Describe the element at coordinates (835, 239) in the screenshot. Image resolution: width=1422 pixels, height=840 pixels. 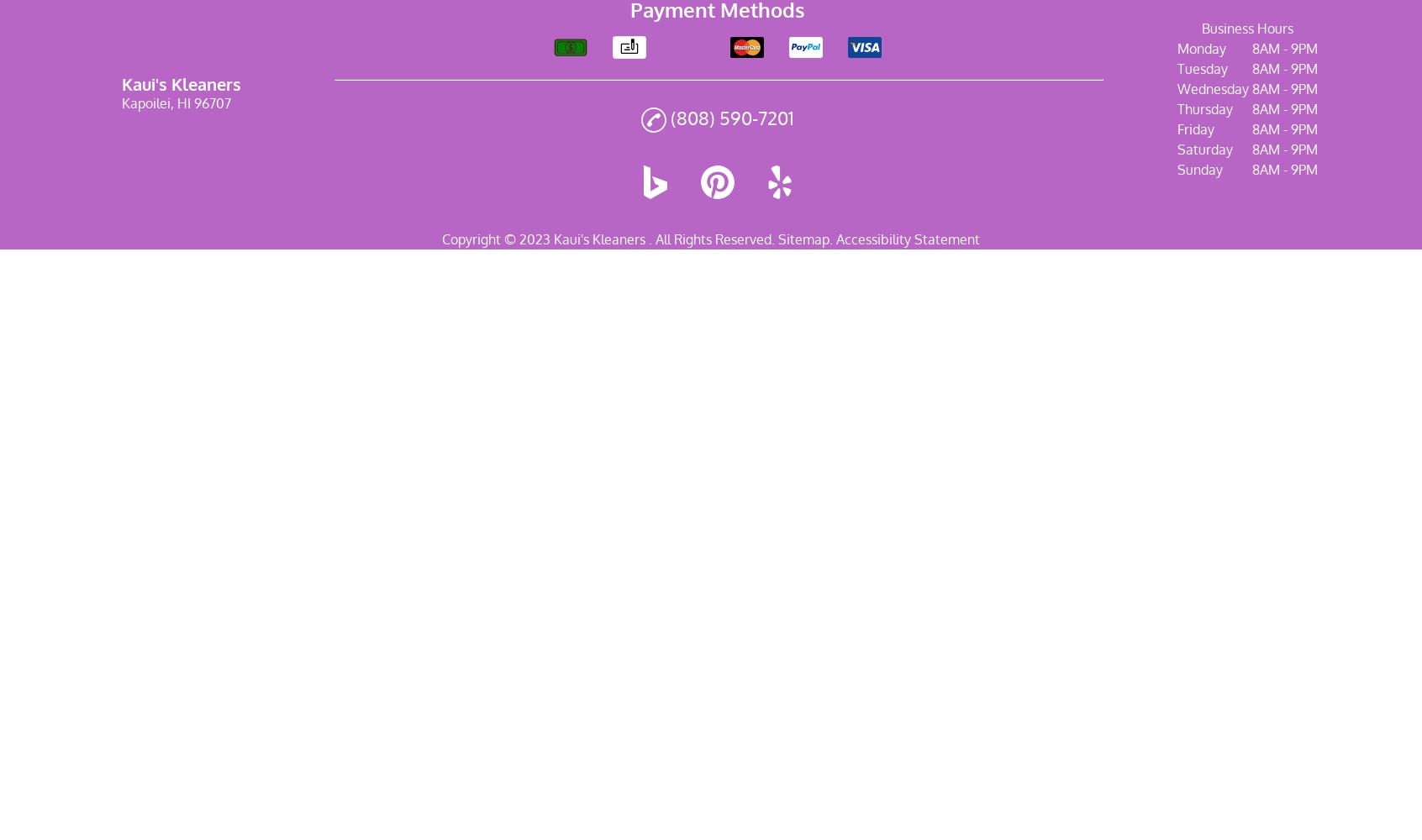
I see `'Accessibility Statement'` at that location.